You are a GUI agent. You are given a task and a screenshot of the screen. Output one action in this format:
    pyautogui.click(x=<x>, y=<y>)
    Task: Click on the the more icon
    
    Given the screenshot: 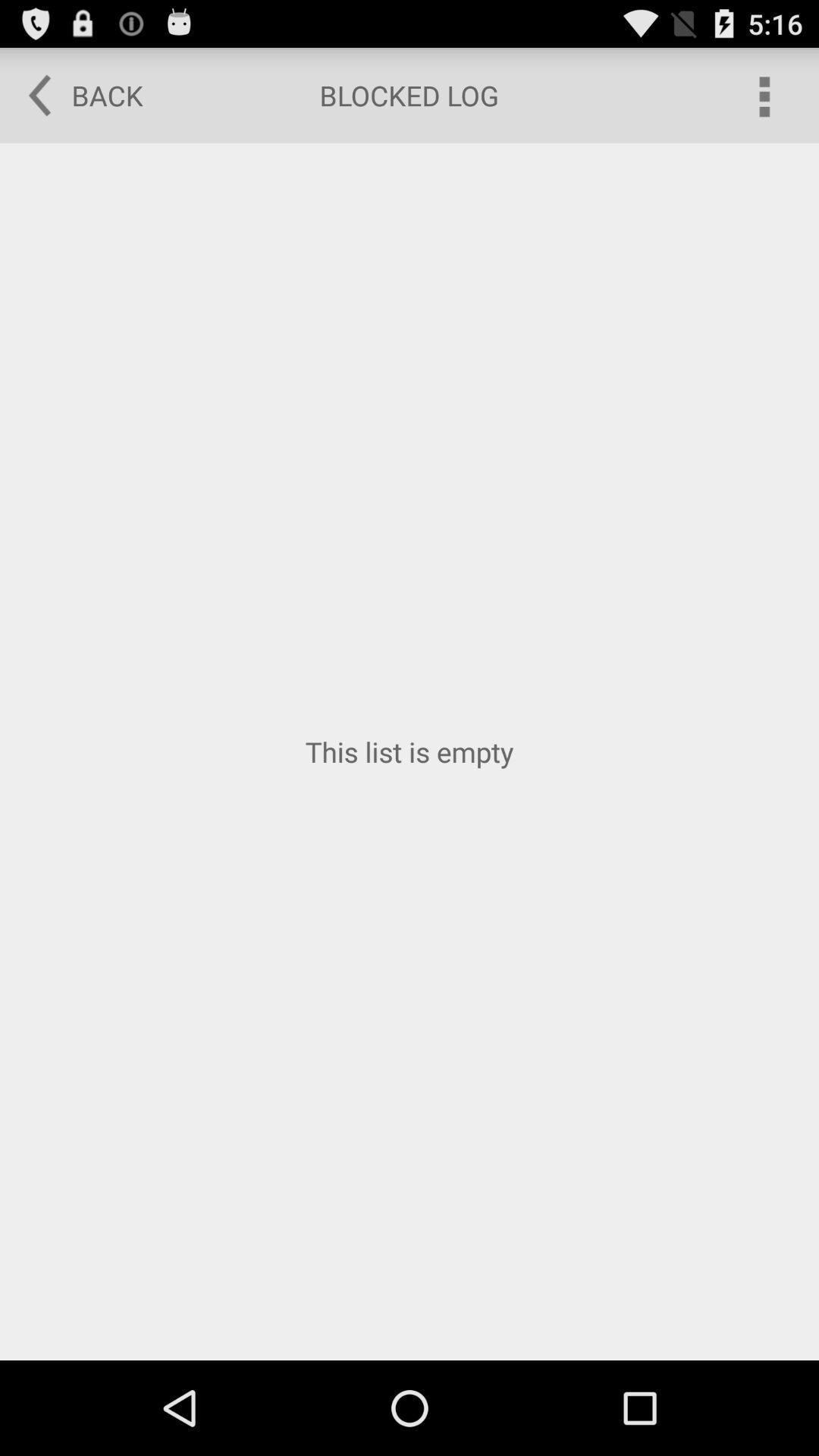 What is the action you would take?
    pyautogui.click(x=763, y=101)
    